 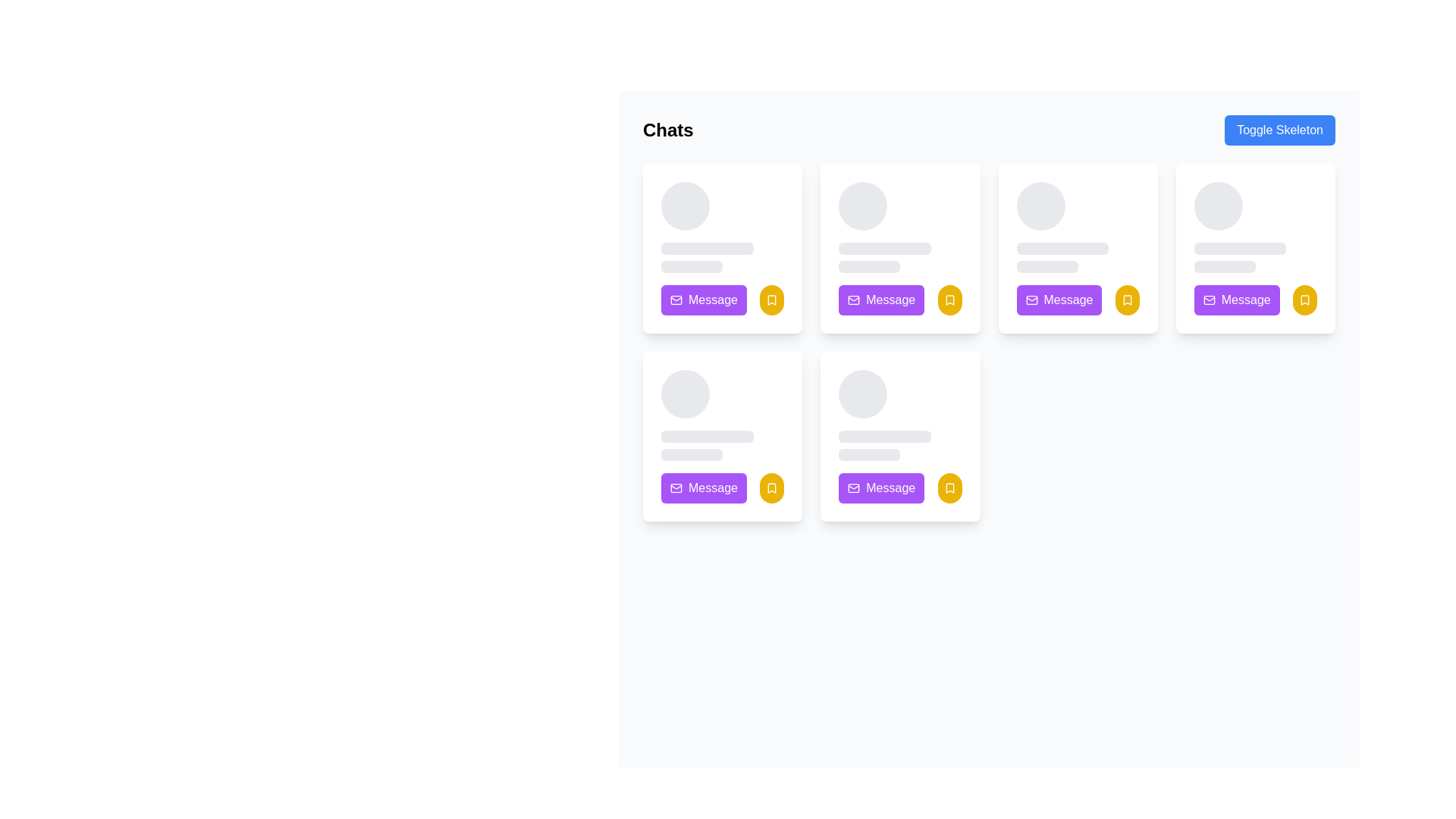 What do you see at coordinates (722, 415) in the screenshot?
I see `the loading placeholder for the user profile card located in the 'Chats' content area, specifically in the second row and first column of the card layout` at bounding box center [722, 415].